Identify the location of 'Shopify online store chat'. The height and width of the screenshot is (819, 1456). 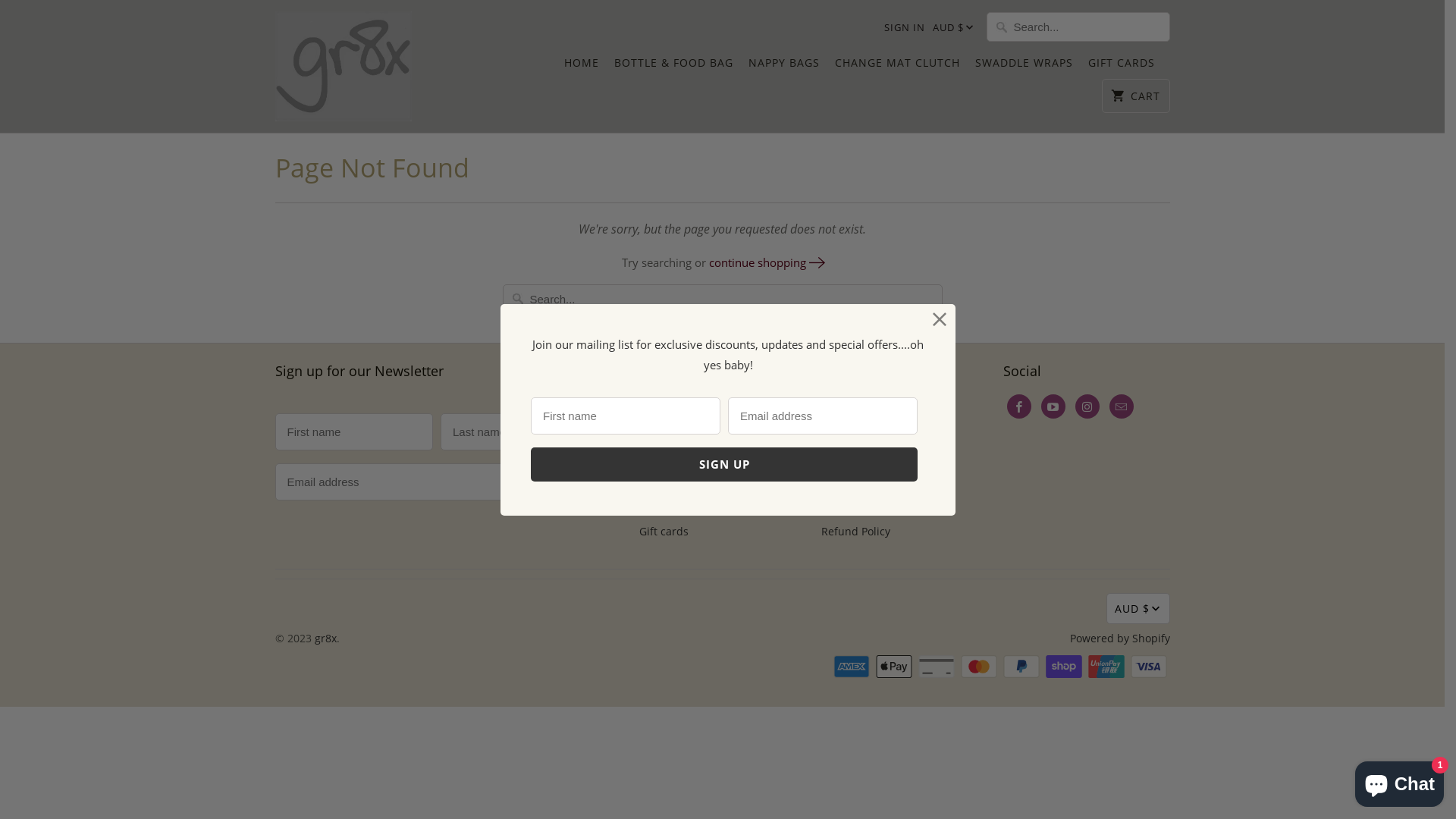
(1398, 780).